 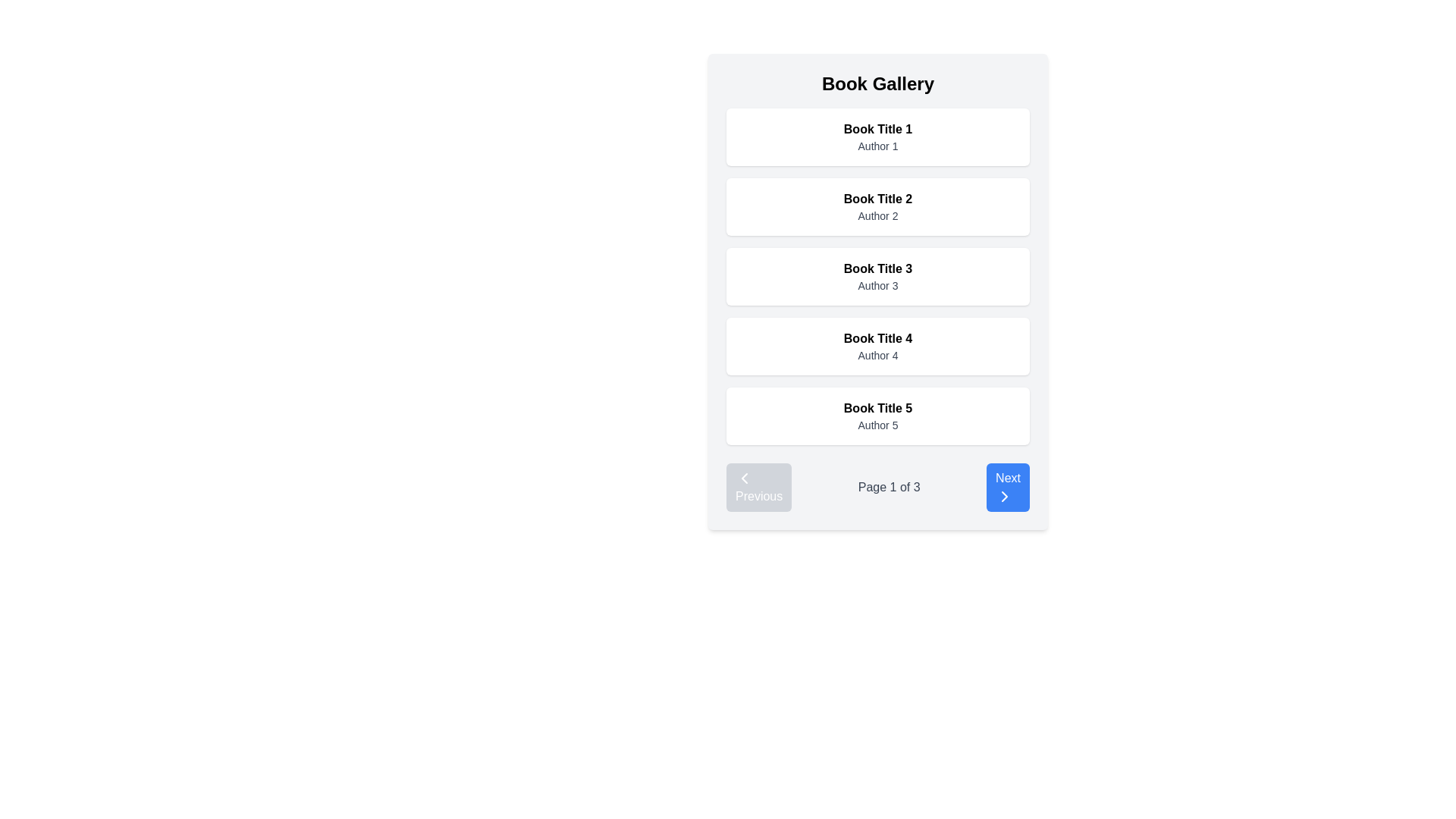 What do you see at coordinates (877, 425) in the screenshot?
I see `the text in the author label located at the bottom of the card for 'Book Title 5' by clicking on its center point` at bounding box center [877, 425].